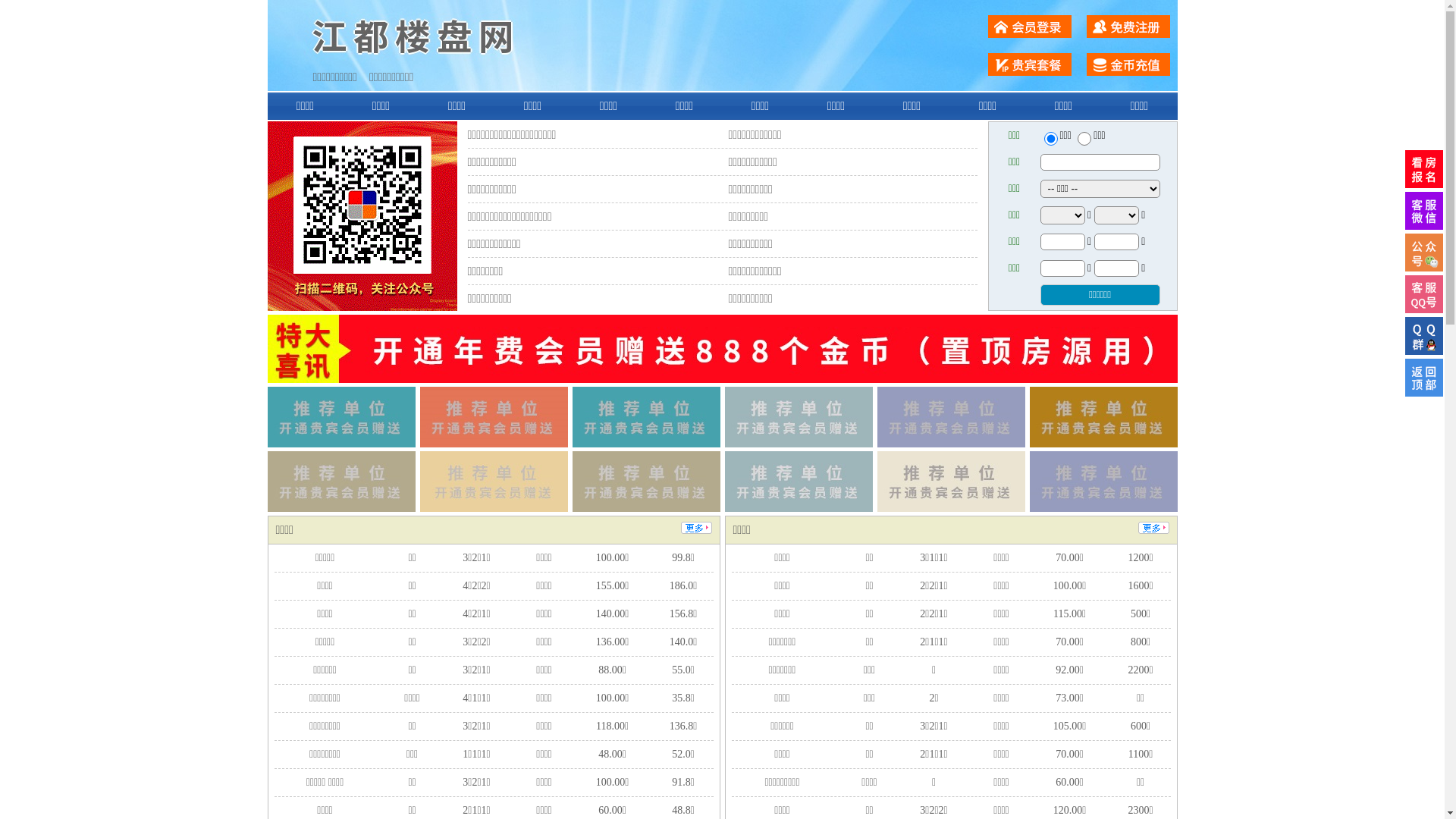 The width and height of the screenshot is (1456, 819). What do you see at coordinates (1050, 138) in the screenshot?
I see `'ershou'` at bounding box center [1050, 138].